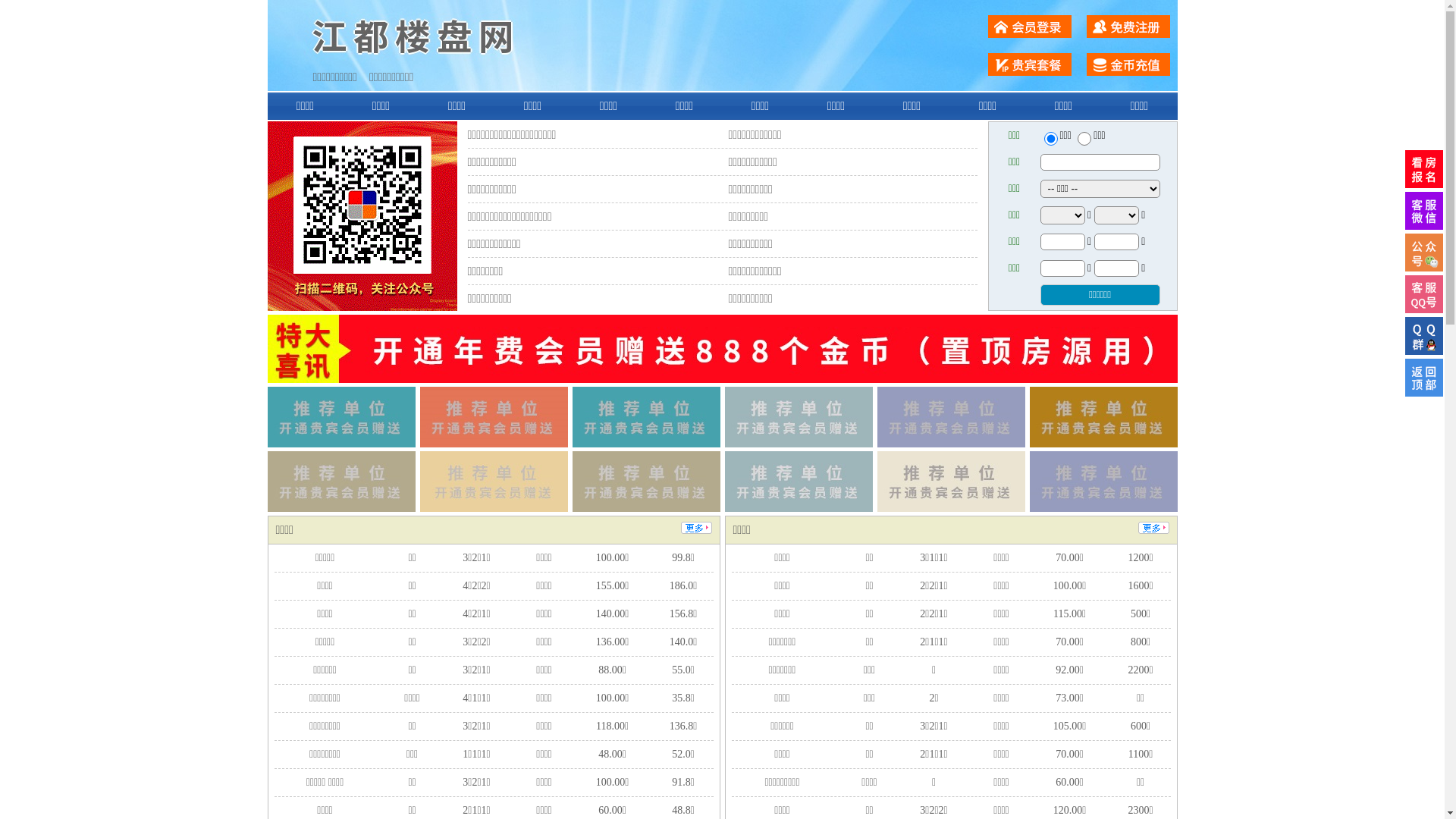 The width and height of the screenshot is (1456, 819). What do you see at coordinates (1050, 138) in the screenshot?
I see `'ershou'` at bounding box center [1050, 138].